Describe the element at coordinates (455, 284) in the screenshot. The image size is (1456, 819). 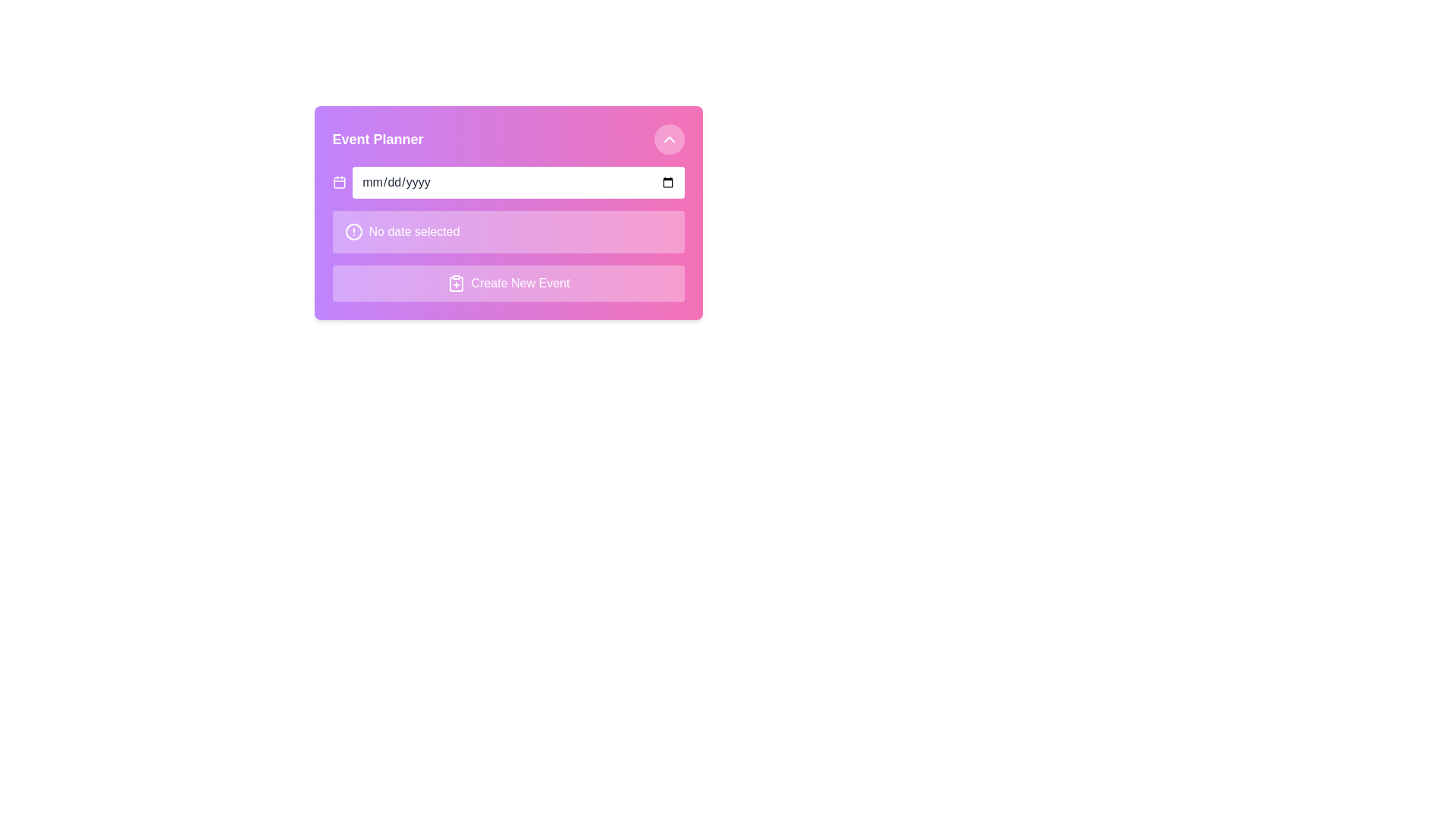
I see `the rounded rectangular icon with a clip-like glyph design, located near the 'Create New Event' label in the bottom section of the event form` at that location.